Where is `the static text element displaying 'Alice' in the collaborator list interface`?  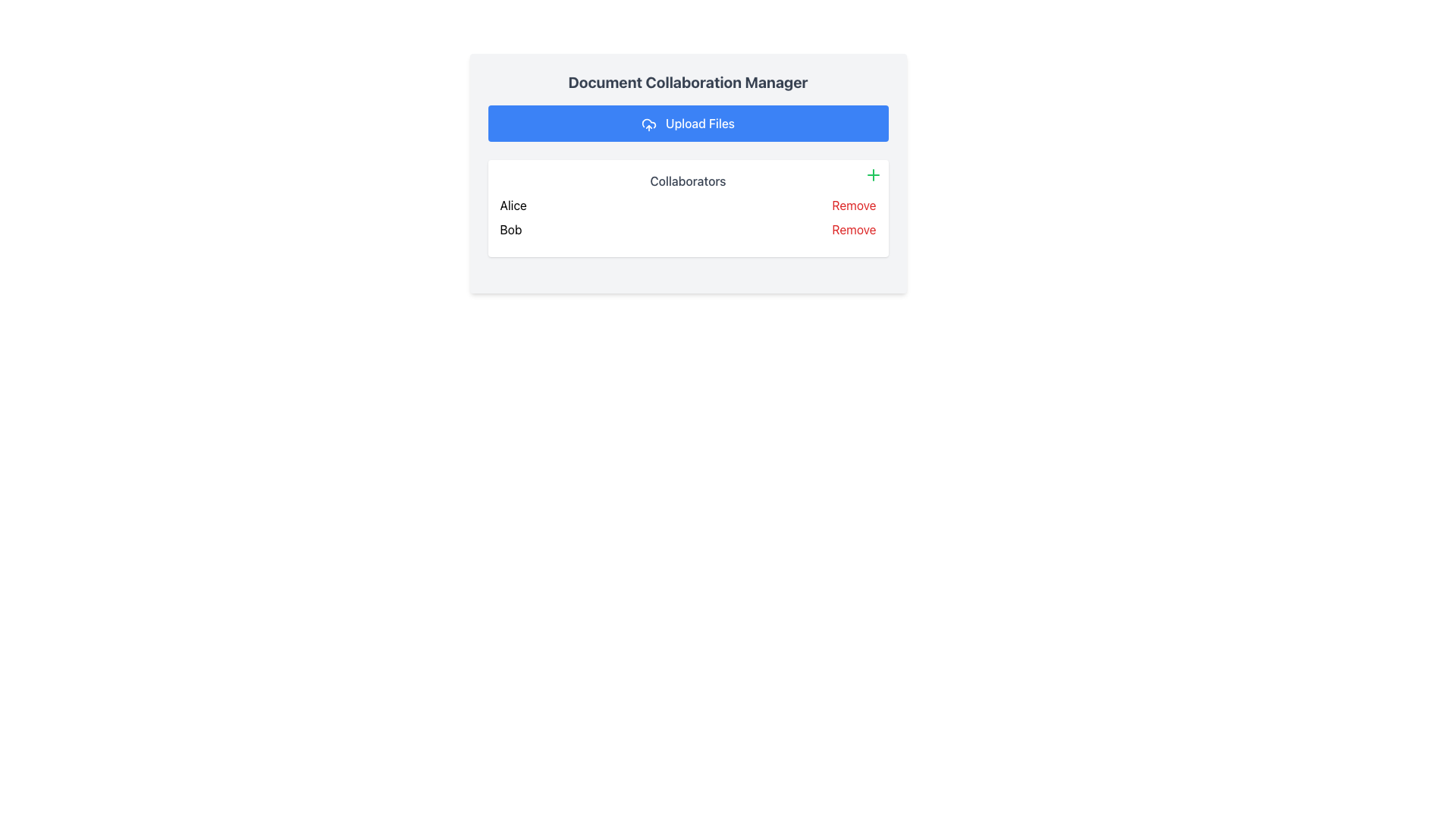
the static text element displaying 'Alice' in the collaborator list interface is located at coordinates (513, 205).